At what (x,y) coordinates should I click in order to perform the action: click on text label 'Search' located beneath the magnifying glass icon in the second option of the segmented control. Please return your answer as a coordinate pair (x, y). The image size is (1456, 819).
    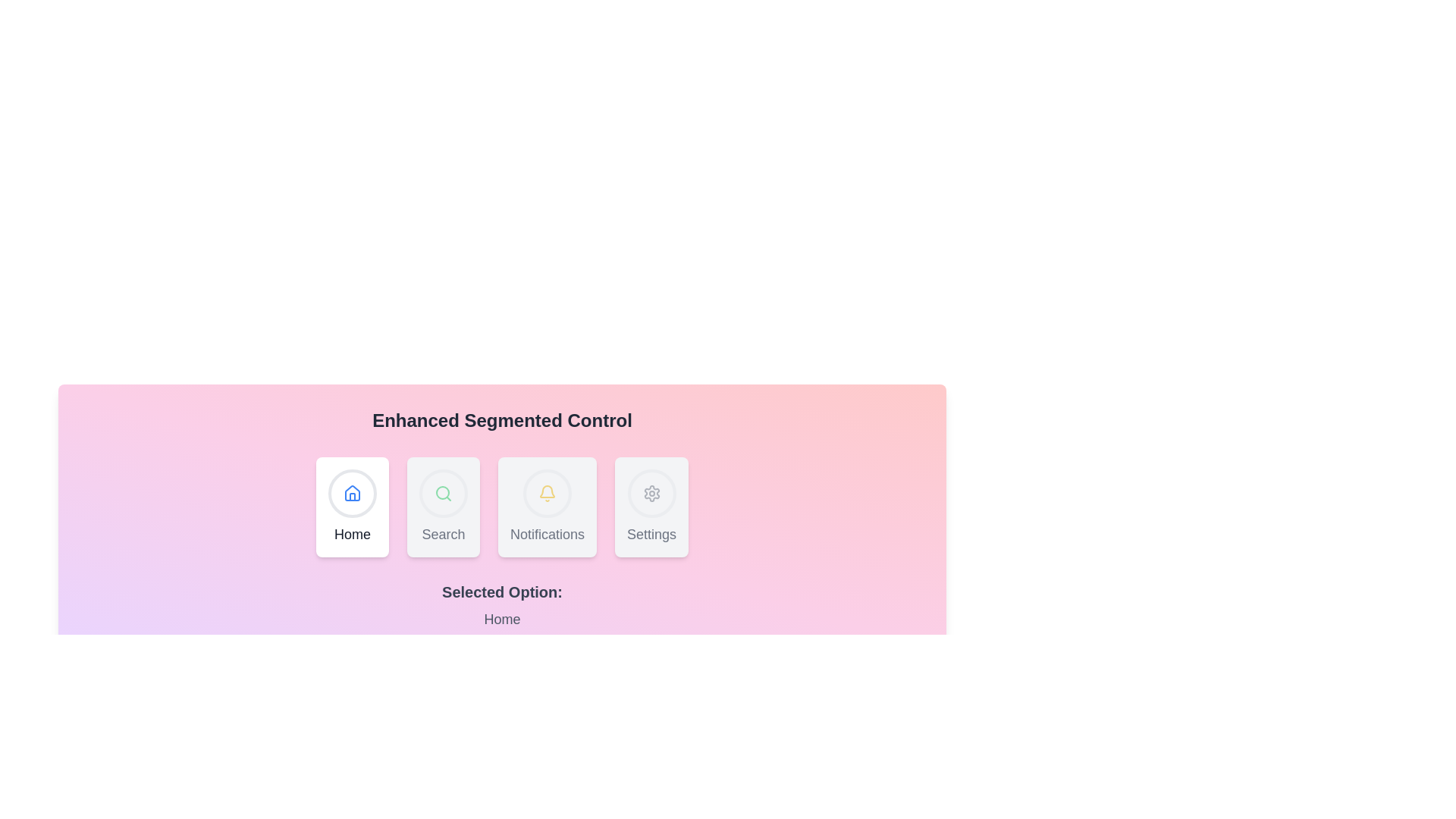
    Looking at the image, I should click on (443, 534).